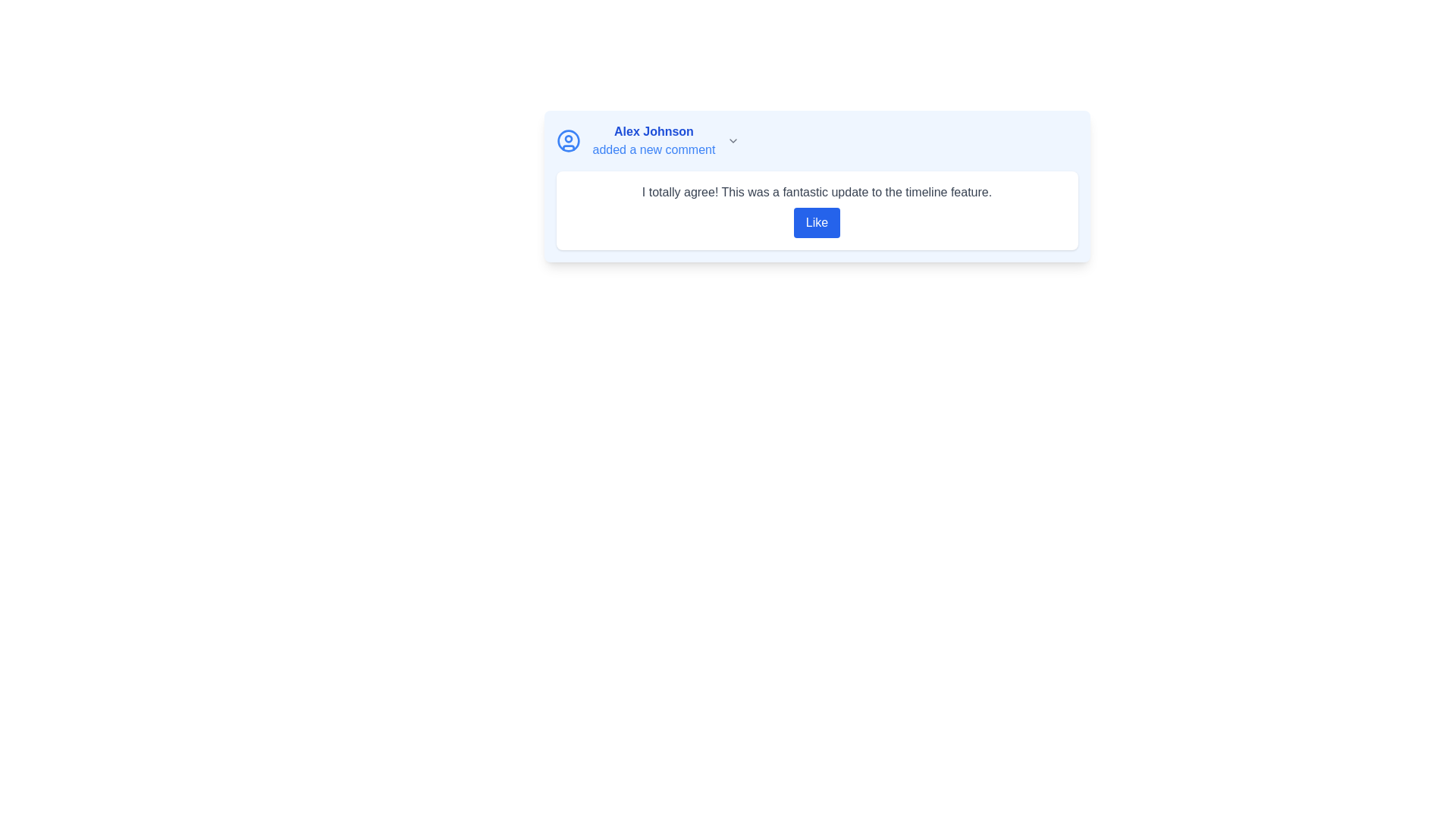 The image size is (1456, 819). Describe the element at coordinates (816, 192) in the screenshot. I see `the static text element displaying the comment 'I totally agree! This was a fantastic update to the timeline feature.' which is positioned above the blue 'Like' button` at that location.